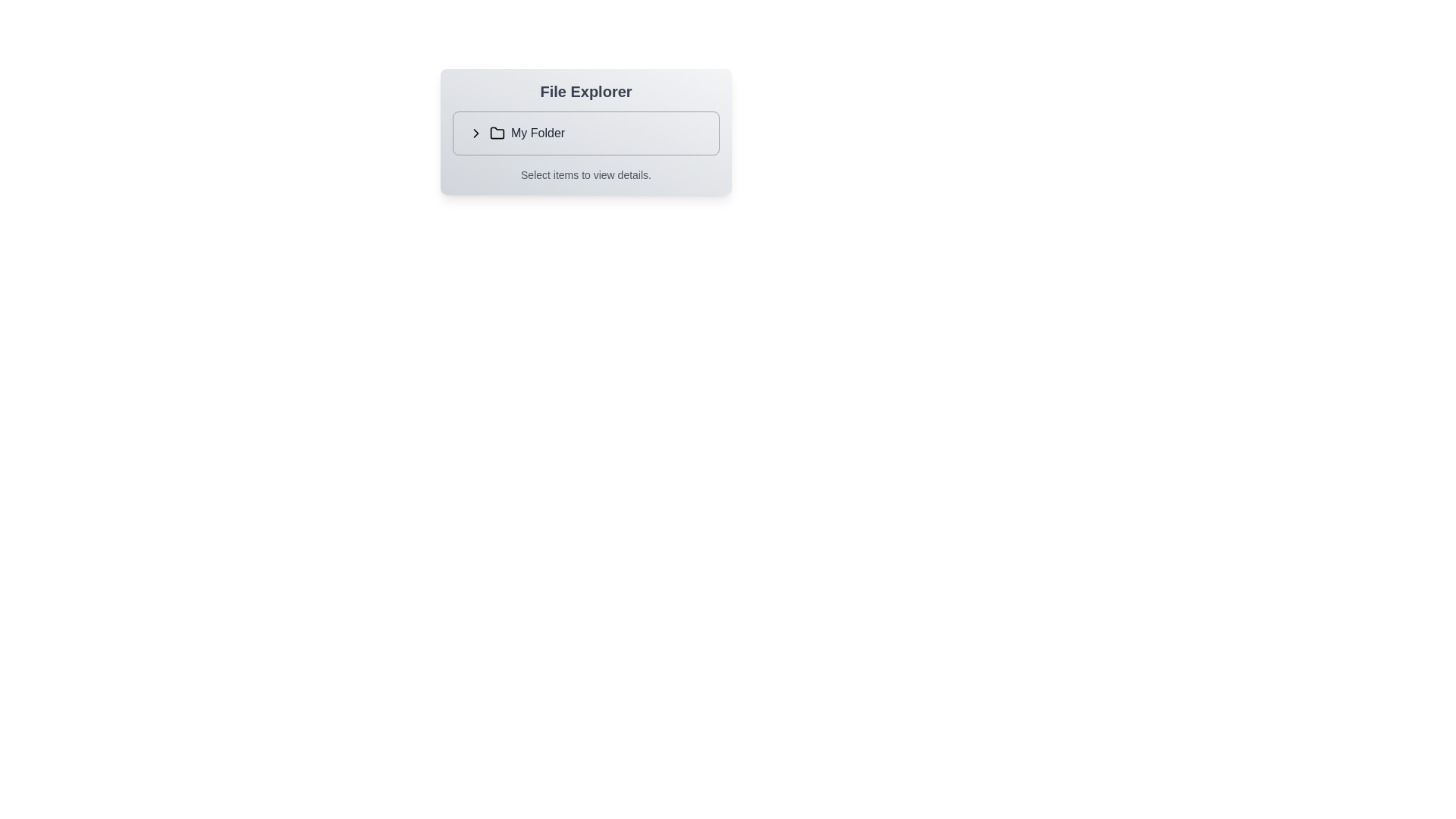 The image size is (1456, 819). I want to click on the folder row to toggle its state, so click(585, 133).